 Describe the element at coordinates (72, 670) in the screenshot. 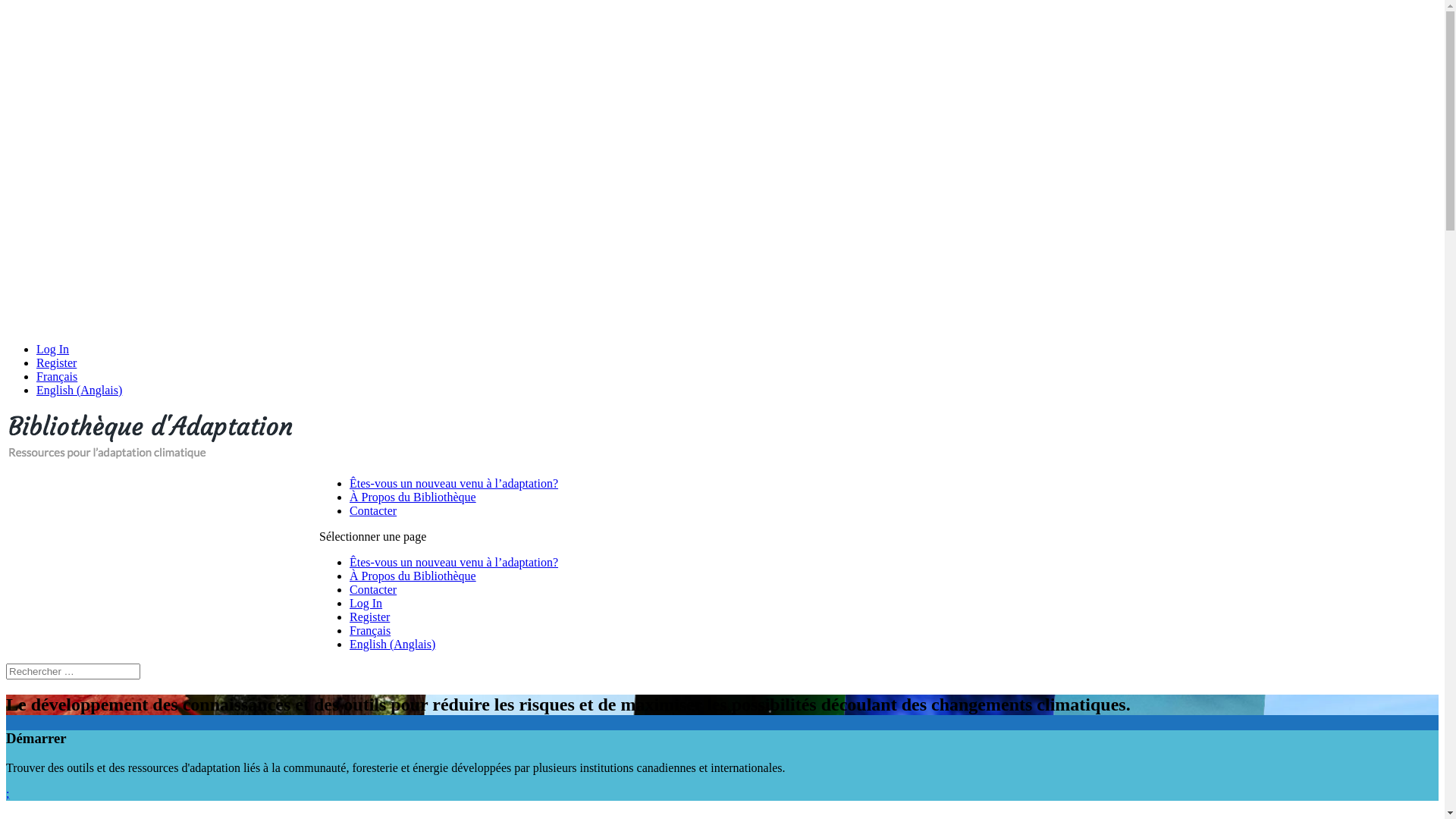

I see `'Rechercher:'` at that location.